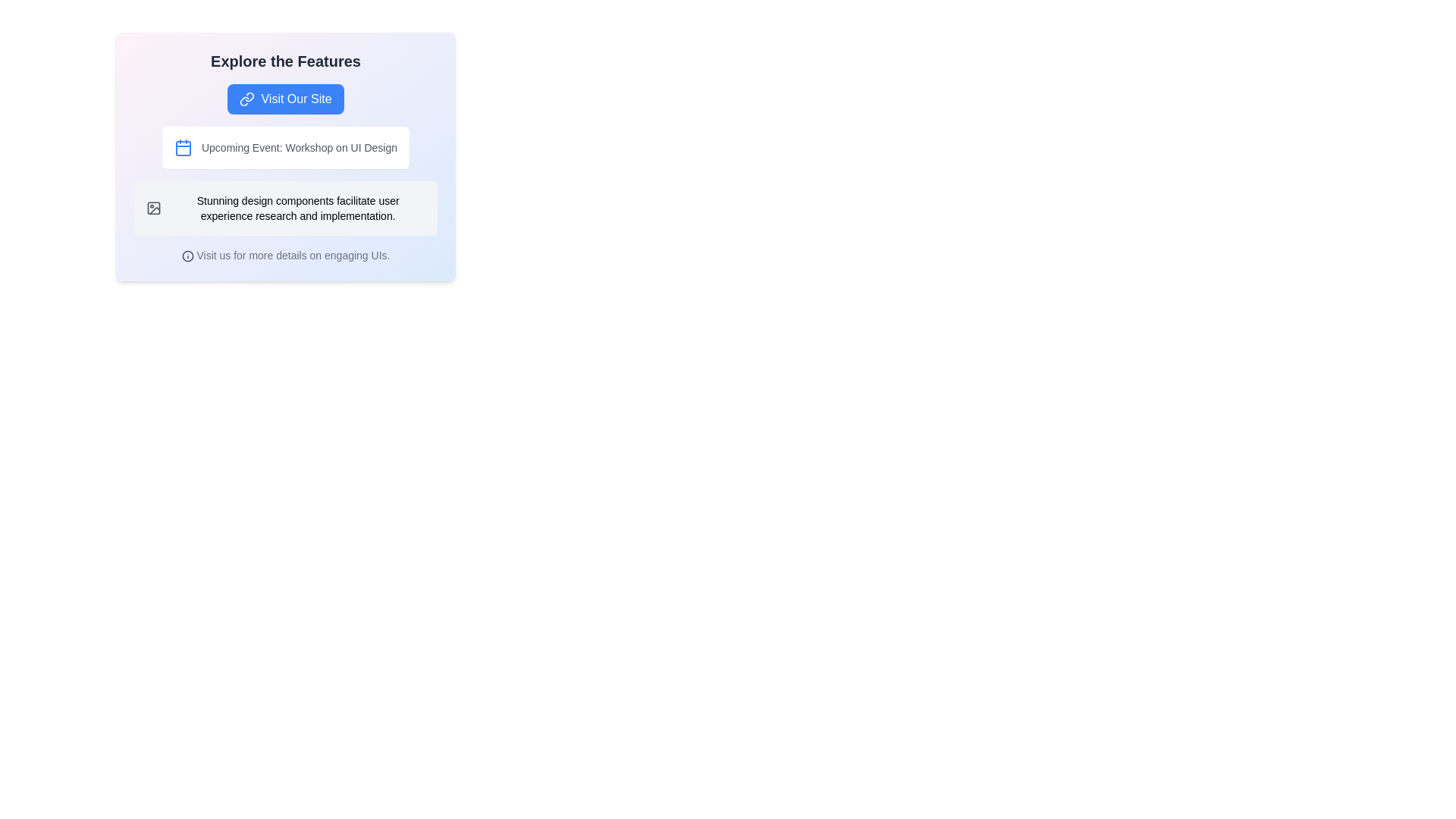 This screenshot has height=819, width=1456. I want to click on the calendar icon located to the left of the text 'Upcoming Event: Workshop on UI Design', so click(182, 149).